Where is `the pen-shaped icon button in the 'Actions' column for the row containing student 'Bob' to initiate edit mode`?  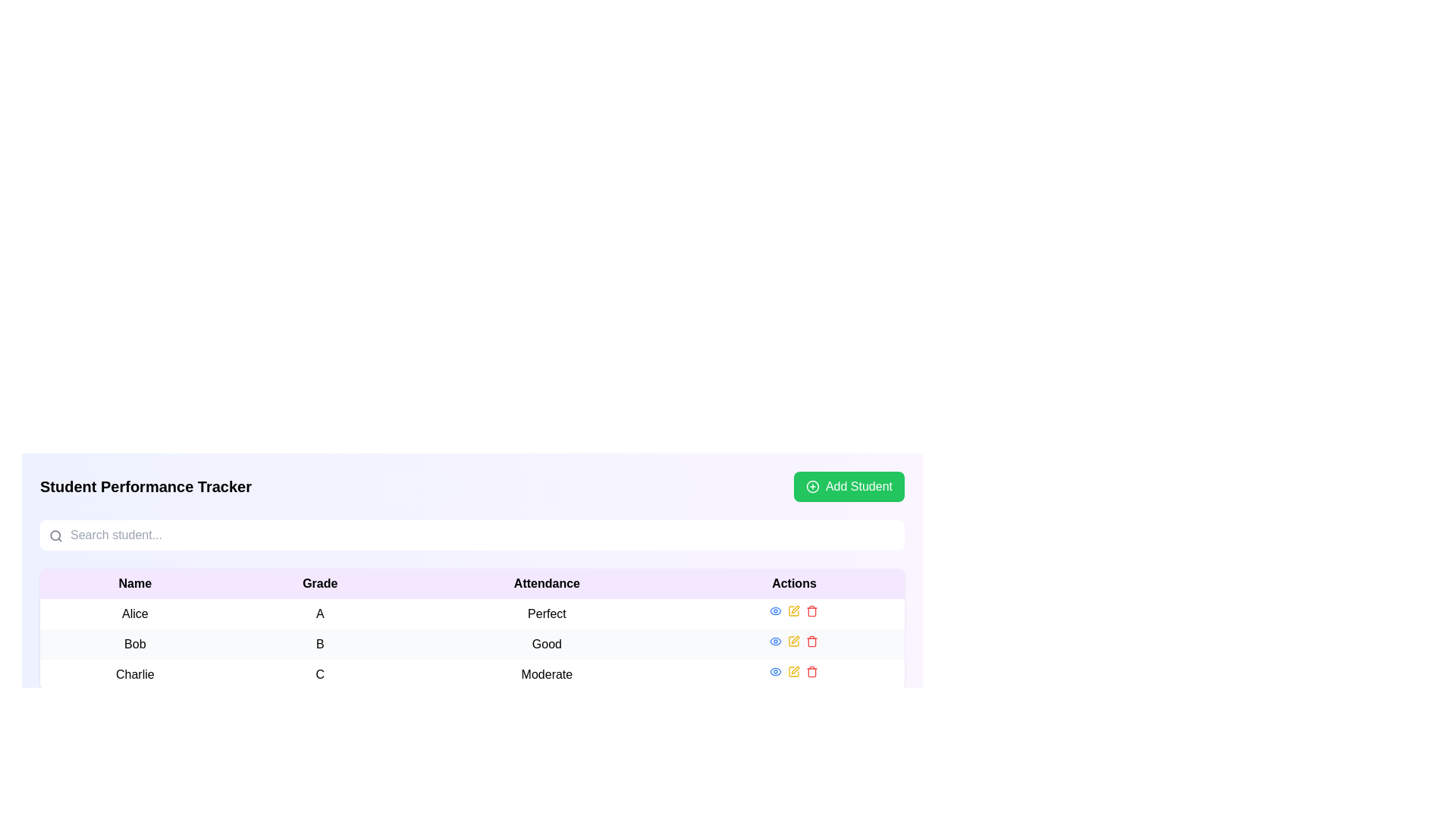
the pen-shaped icon button in the 'Actions' column for the row containing student 'Bob' to initiate edit mode is located at coordinates (795, 640).